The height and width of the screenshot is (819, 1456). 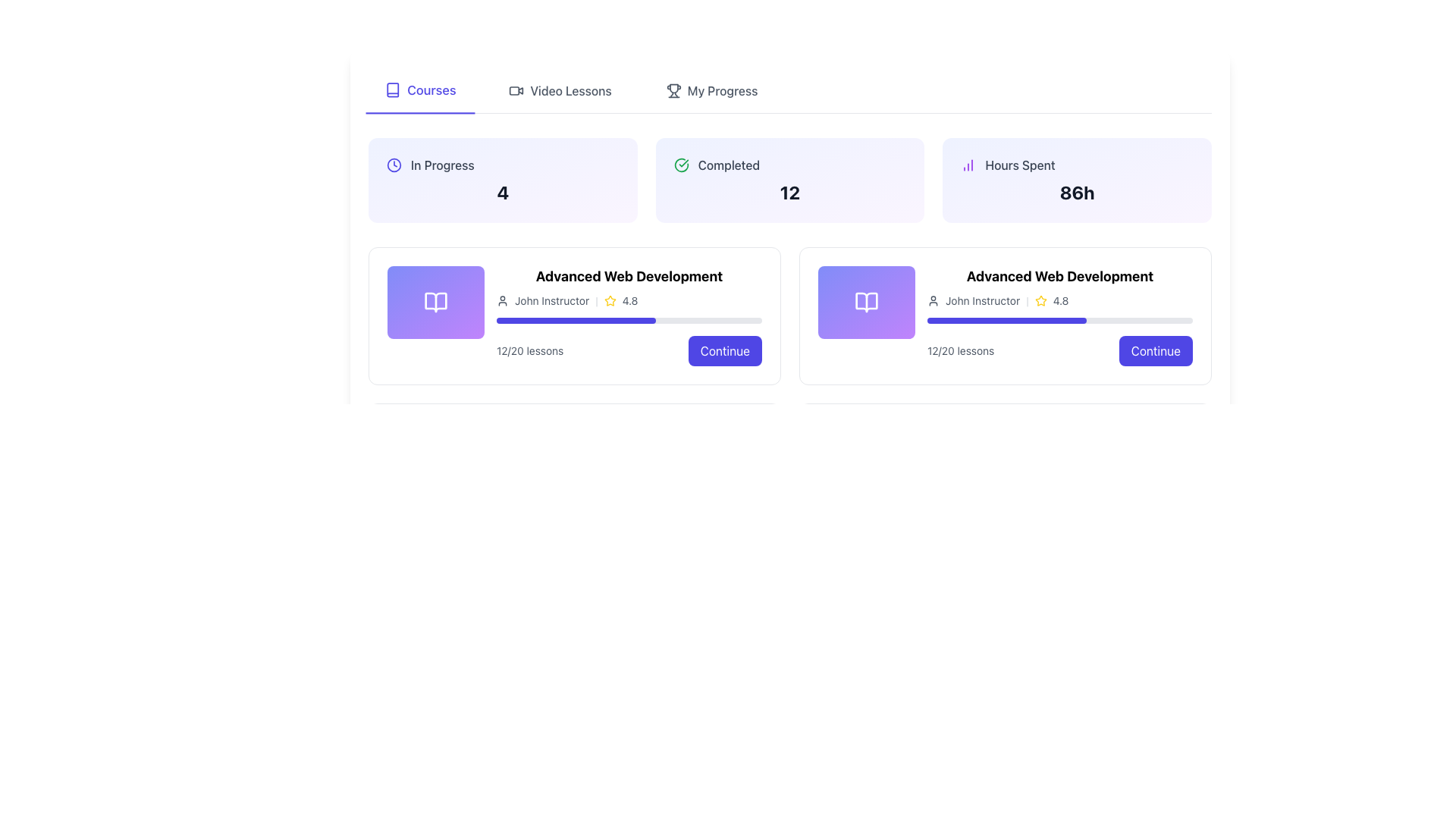 What do you see at coordinates (1059, 320) in the screenshot?
I see `the horizontal progress bar located beneath the text 'Advanced Web Development' and 'John Instructor | 4.8' within the learning card` at bounding box center [1059, 320].